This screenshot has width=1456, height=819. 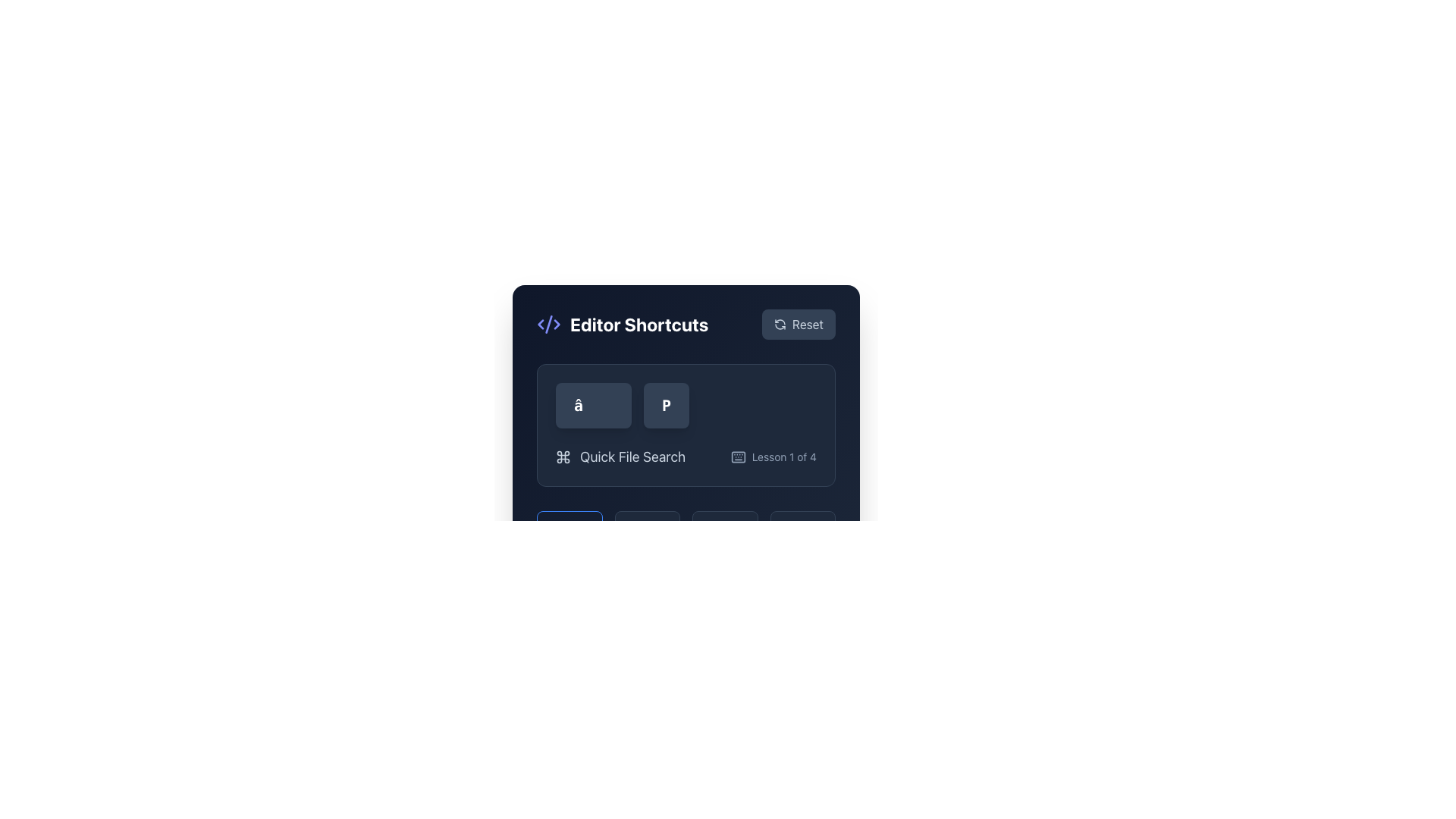 What do you see at coordinates (807, 324) in the screenshot?
I see `the label embedded in the reset/clear button located in the top-right corner of the 'Editor Shortcuts' panel, next to a circular refresh icon` at bounding box center [807, 324].